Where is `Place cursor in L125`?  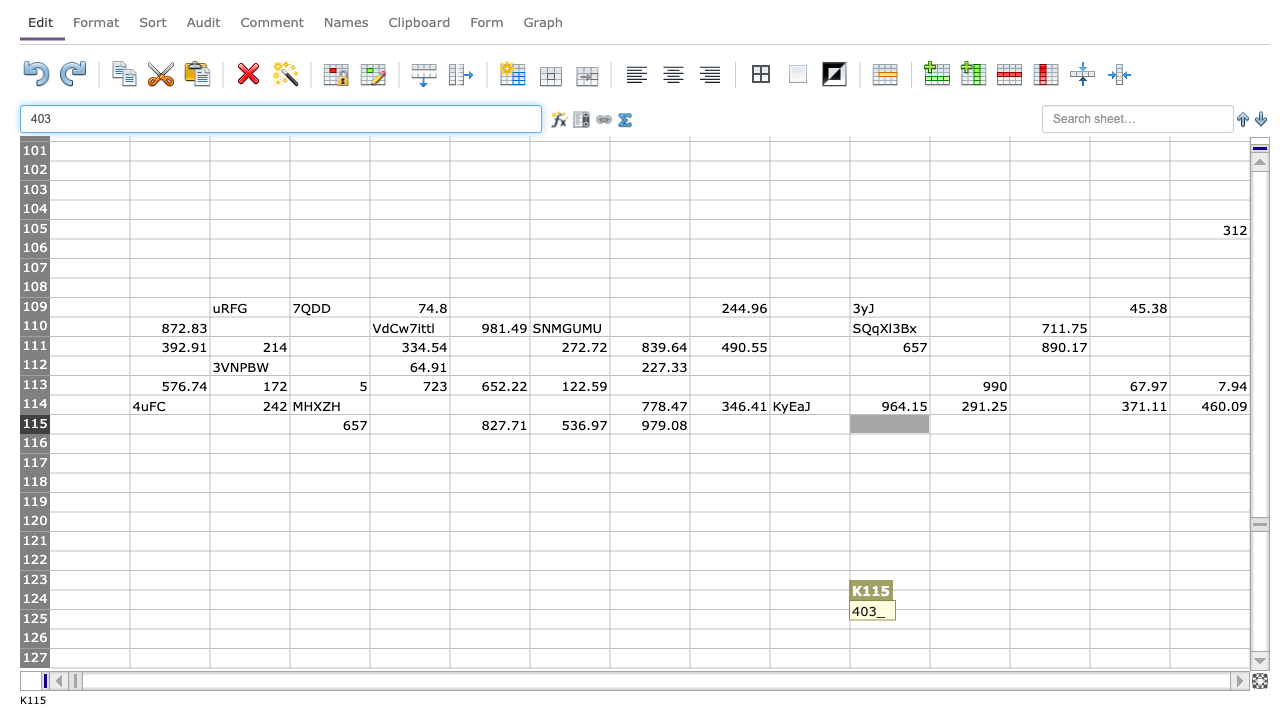
Place cursor in L125 is located at coordinates (969, 618).